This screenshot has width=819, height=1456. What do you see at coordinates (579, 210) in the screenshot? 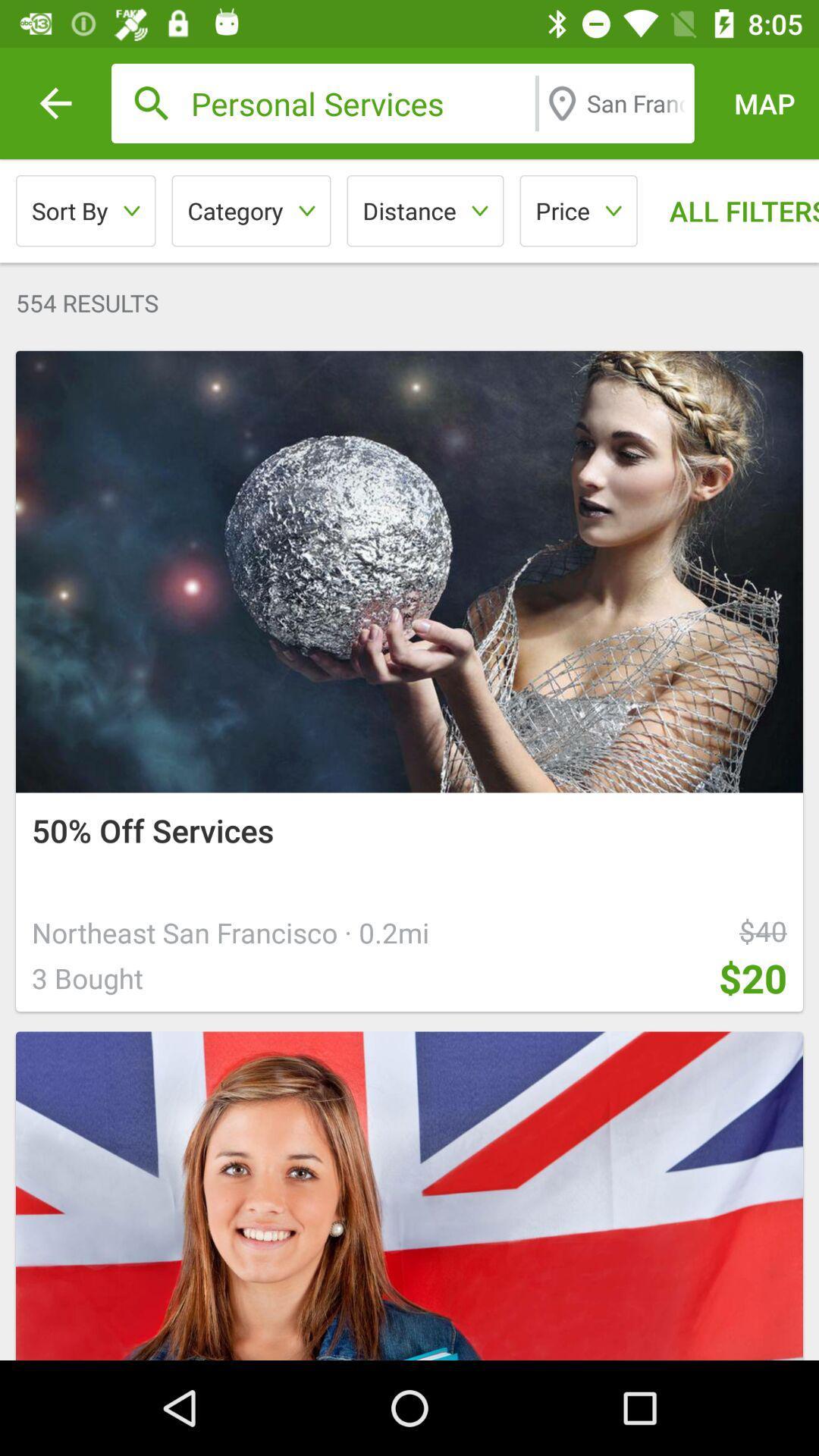
I see `icon below personal services item` at bounding box center [579, 210].